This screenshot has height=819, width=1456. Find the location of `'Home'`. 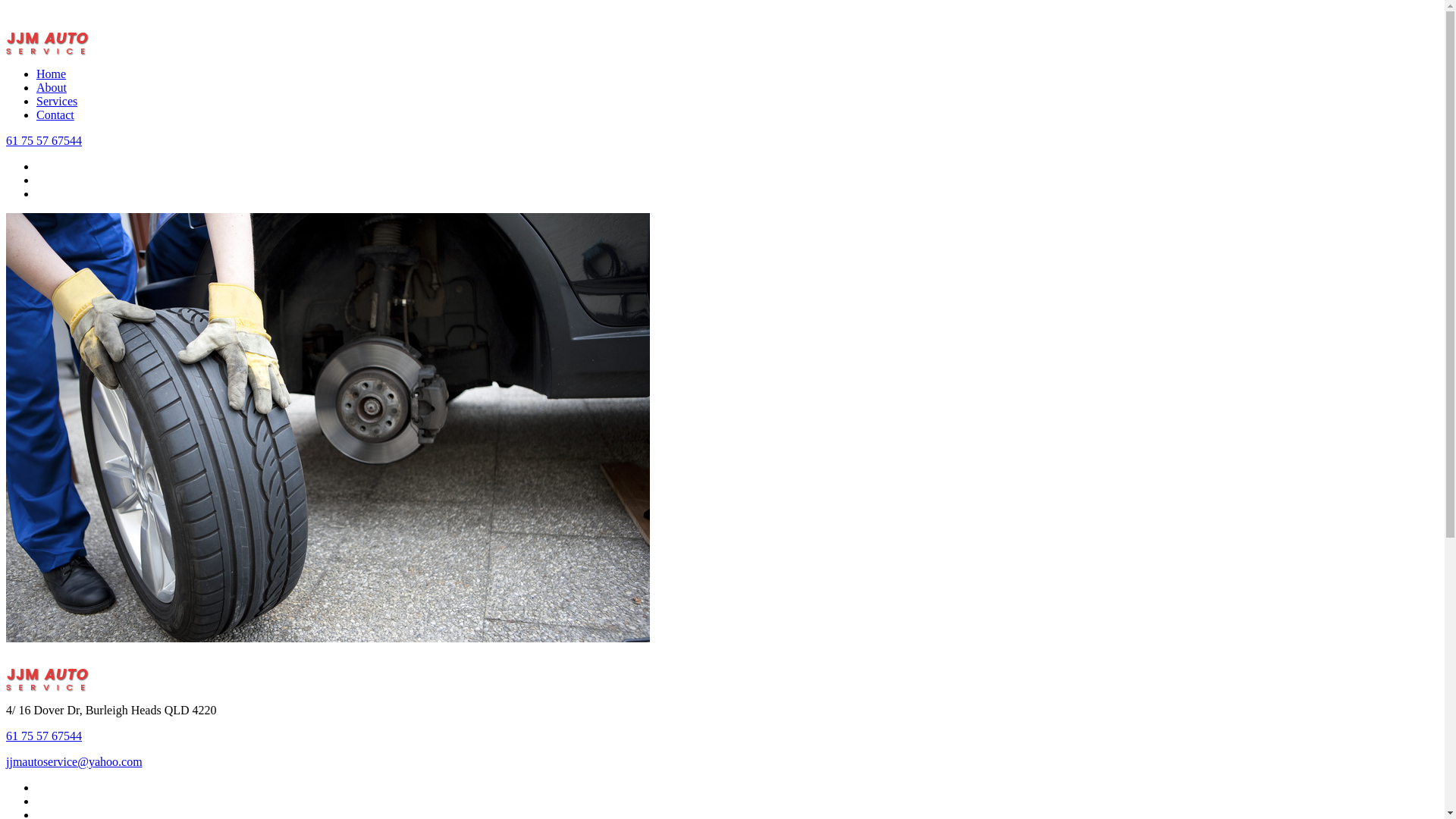

'Home' is located at coordinates (51, 74).